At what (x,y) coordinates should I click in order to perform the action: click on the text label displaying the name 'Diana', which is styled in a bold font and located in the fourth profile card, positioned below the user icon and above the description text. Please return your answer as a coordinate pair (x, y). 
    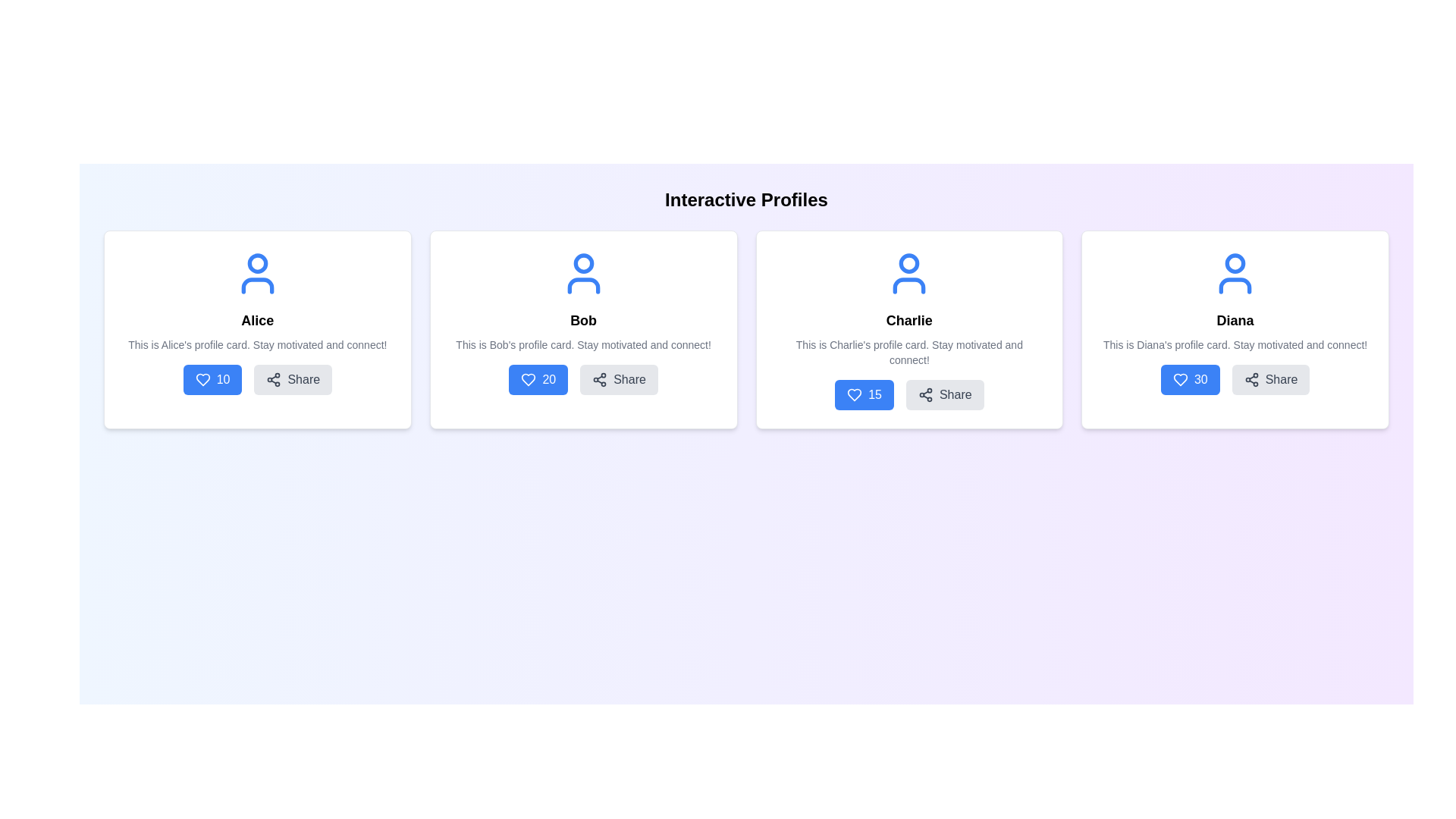
    Looking at the image, I should click on (1235, 320).